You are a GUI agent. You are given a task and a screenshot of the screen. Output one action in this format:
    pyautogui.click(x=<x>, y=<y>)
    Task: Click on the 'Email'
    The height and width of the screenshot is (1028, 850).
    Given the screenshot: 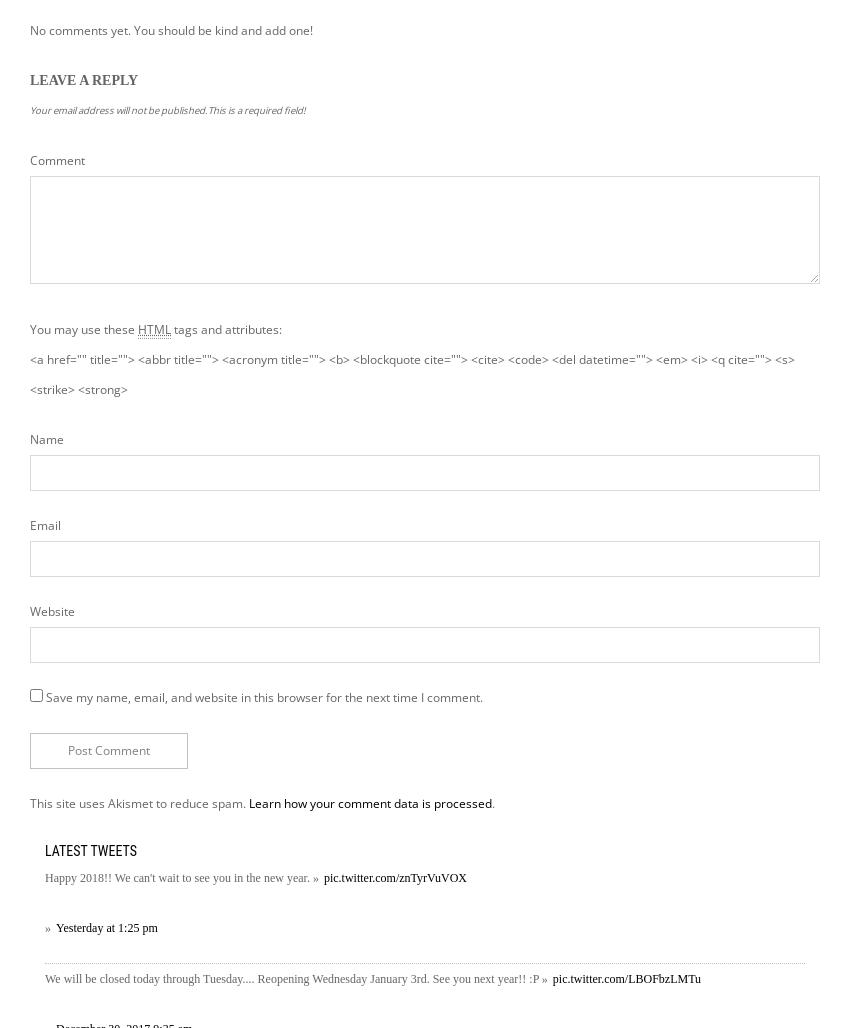 What is the action you would take?
    pyautogui.click(x=45, y=524)
    